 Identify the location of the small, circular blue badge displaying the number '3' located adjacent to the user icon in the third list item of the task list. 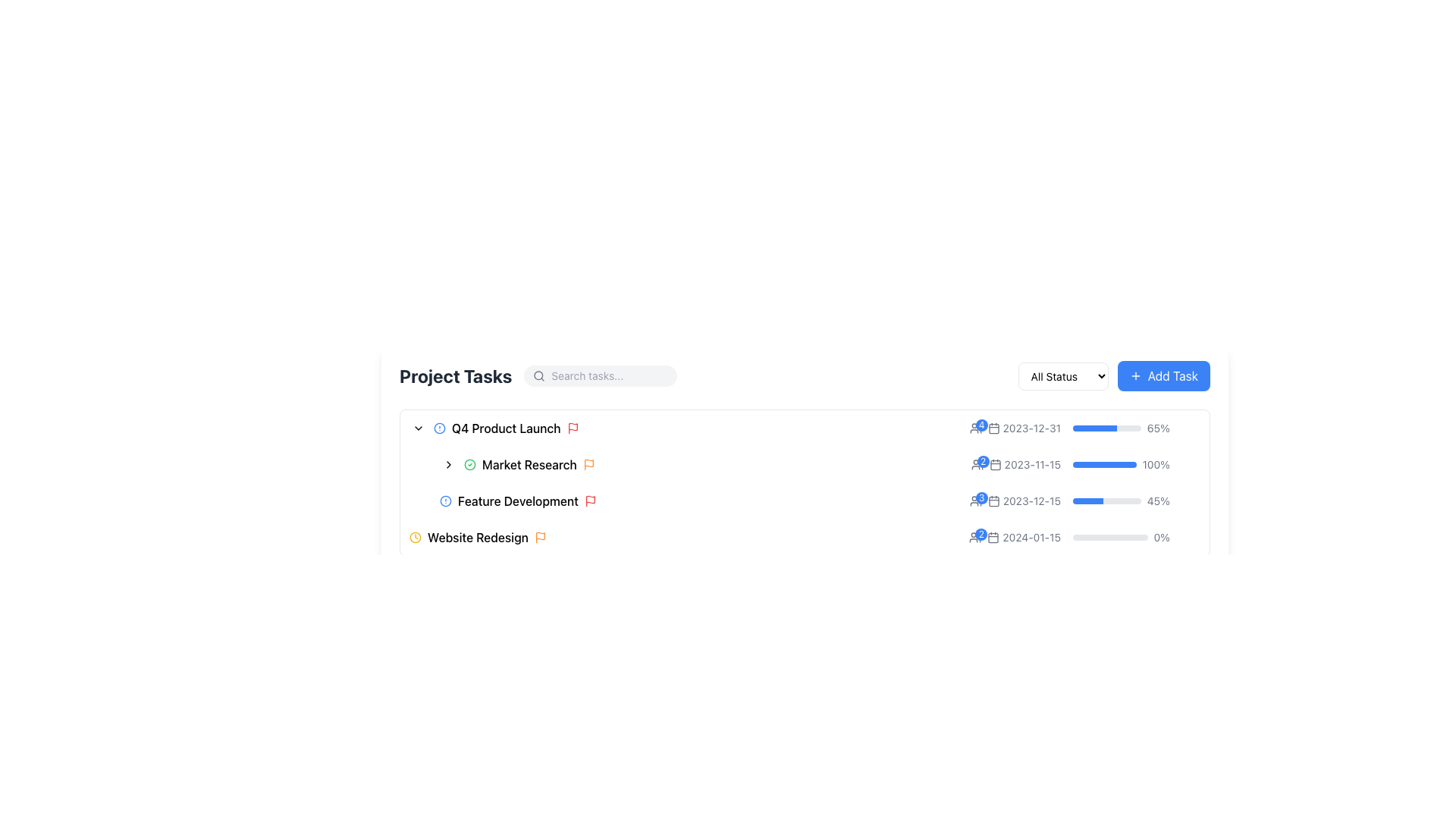
(975, 500).